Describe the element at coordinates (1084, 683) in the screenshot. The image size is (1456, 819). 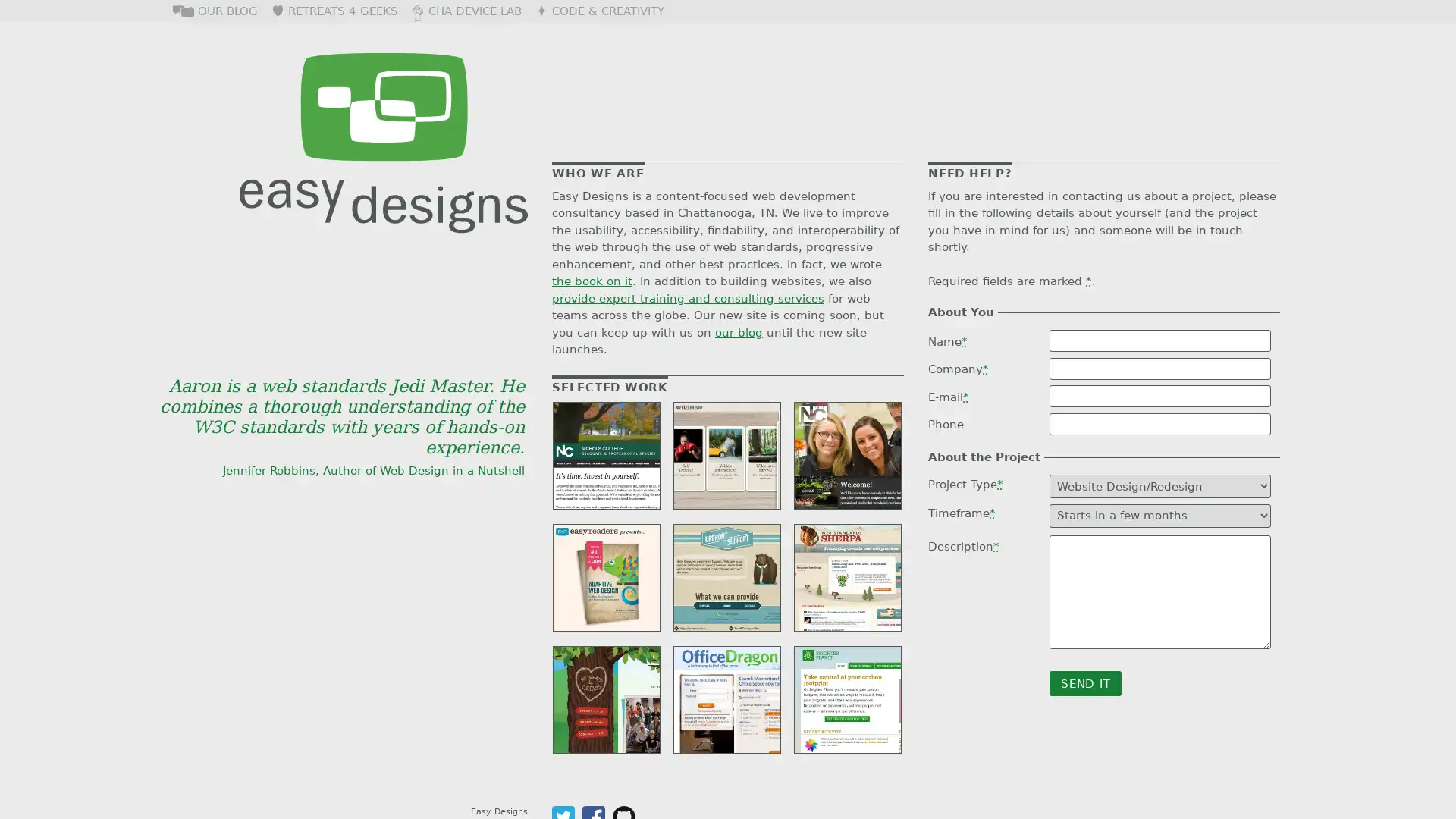
I see `SEND IT` at that location.